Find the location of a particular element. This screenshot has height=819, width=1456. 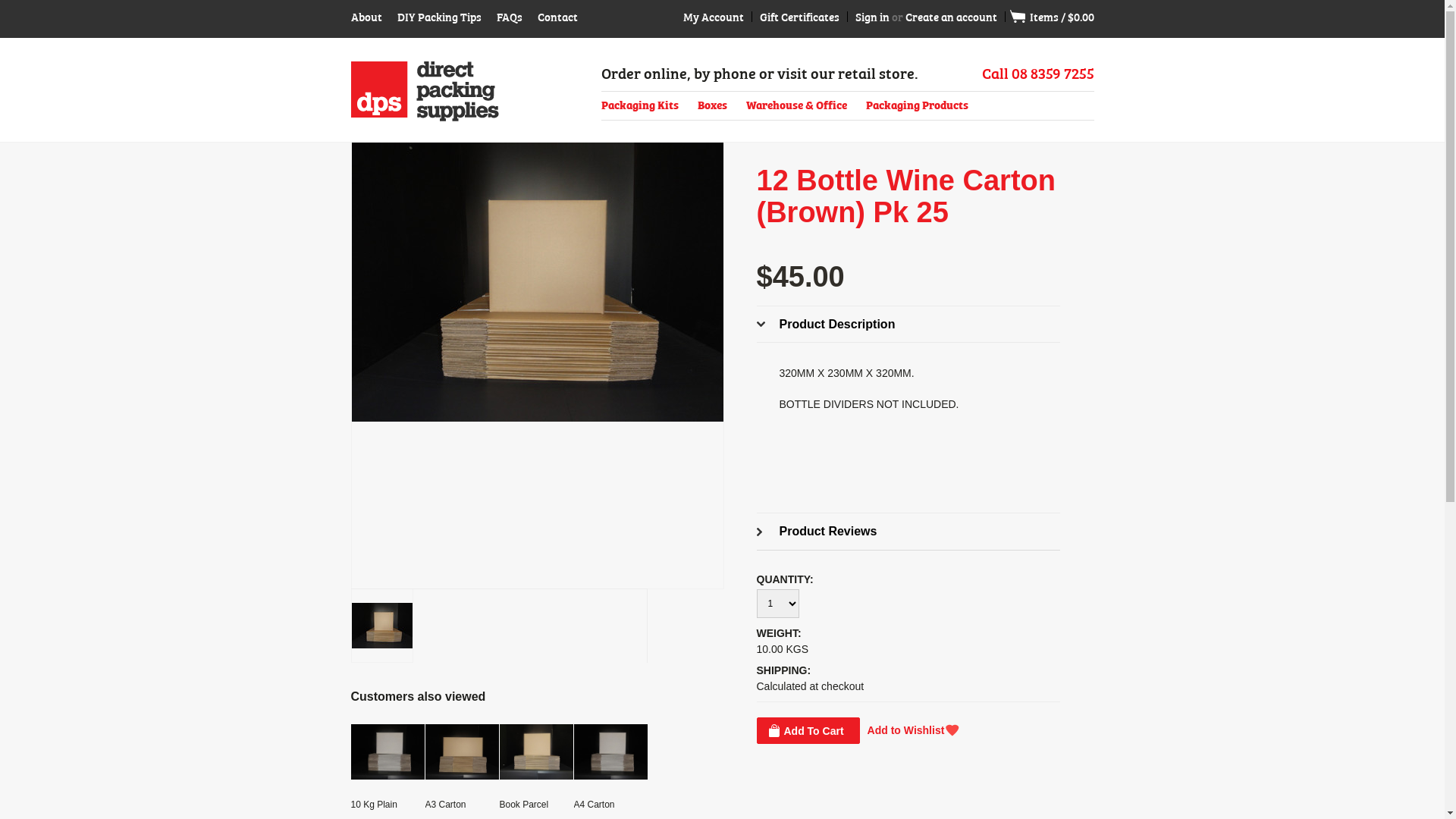

'Packaging Kits' is located at coordinates (639, 103).